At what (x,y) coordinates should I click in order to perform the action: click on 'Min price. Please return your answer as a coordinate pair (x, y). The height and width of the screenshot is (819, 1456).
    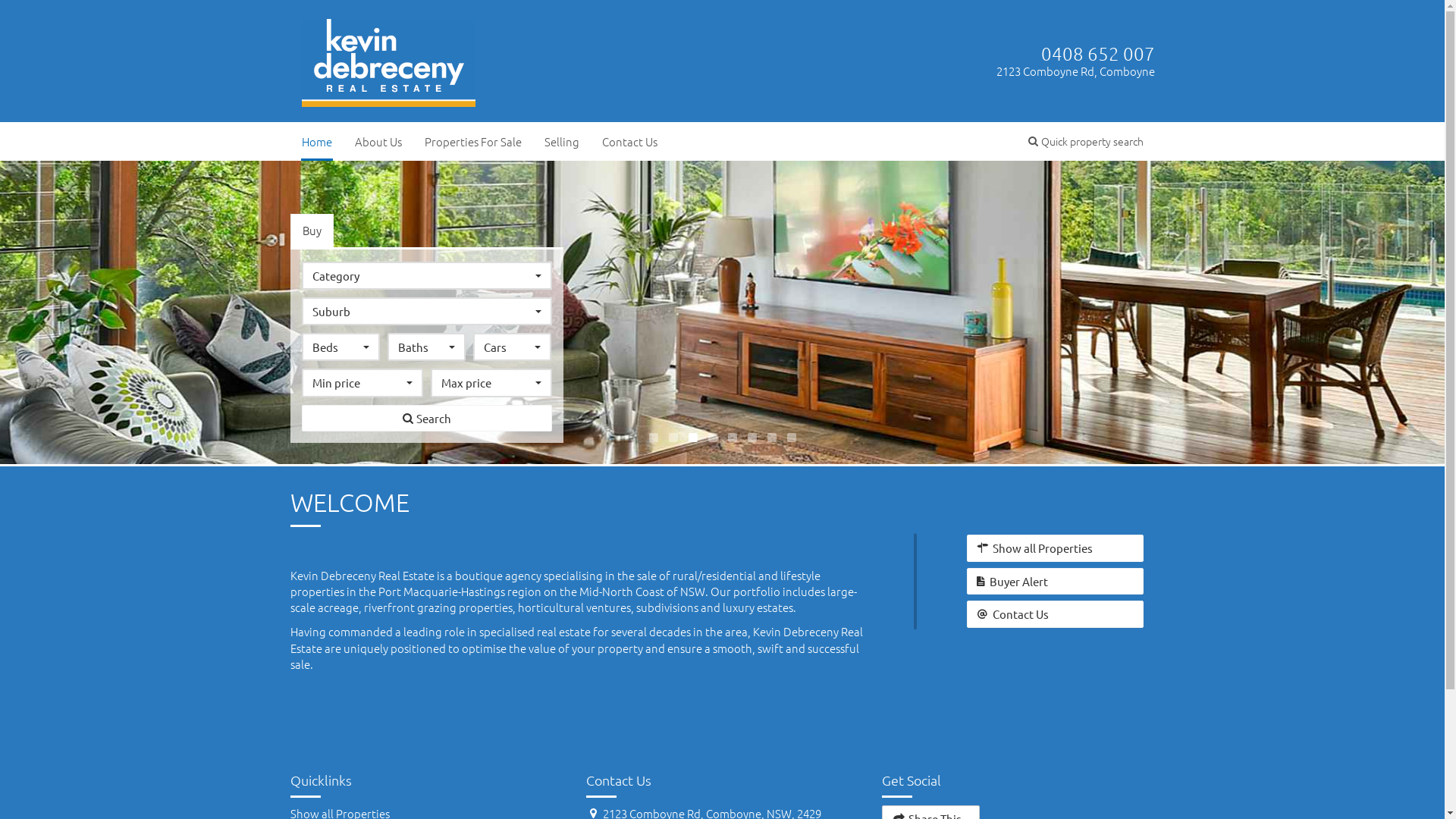
    Looking at the image, I should click on (362, 381).